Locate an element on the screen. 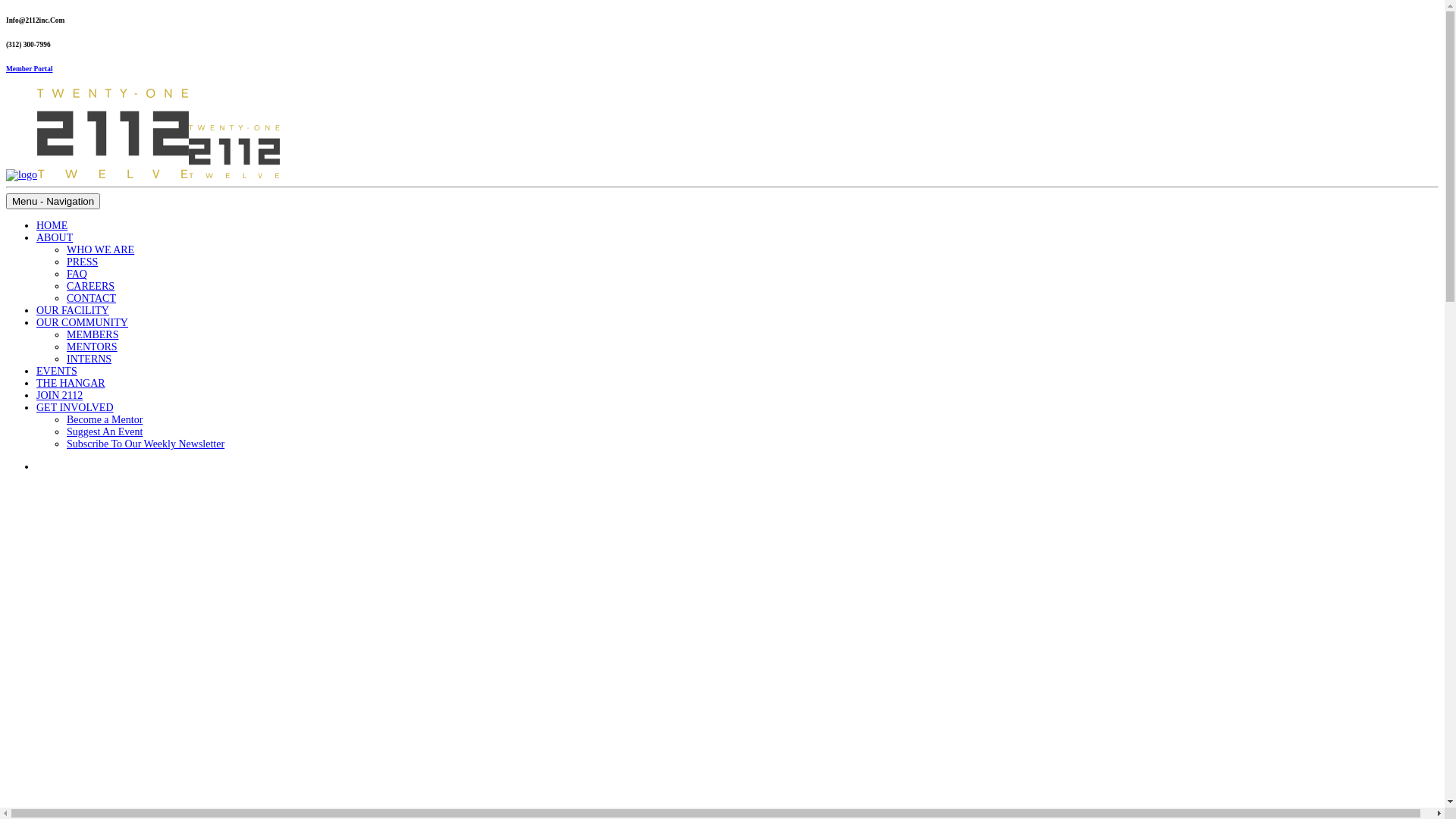 The image size is (1456, 819). 'OUR FACILITY' is located at coordinates (72, 309).